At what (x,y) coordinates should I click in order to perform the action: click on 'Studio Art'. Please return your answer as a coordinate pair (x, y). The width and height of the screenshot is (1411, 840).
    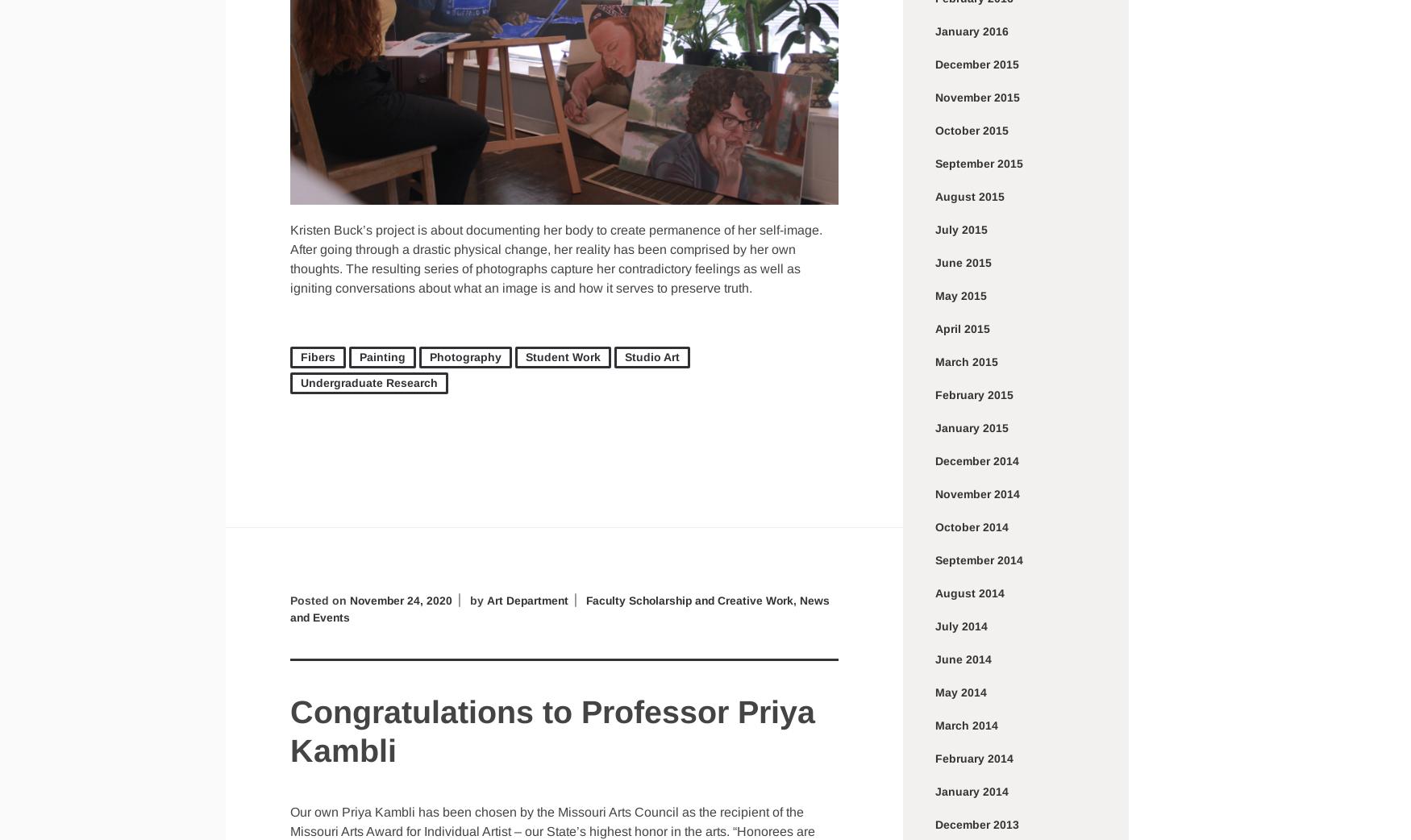
    Looking at the image, I should click on (624, 356).